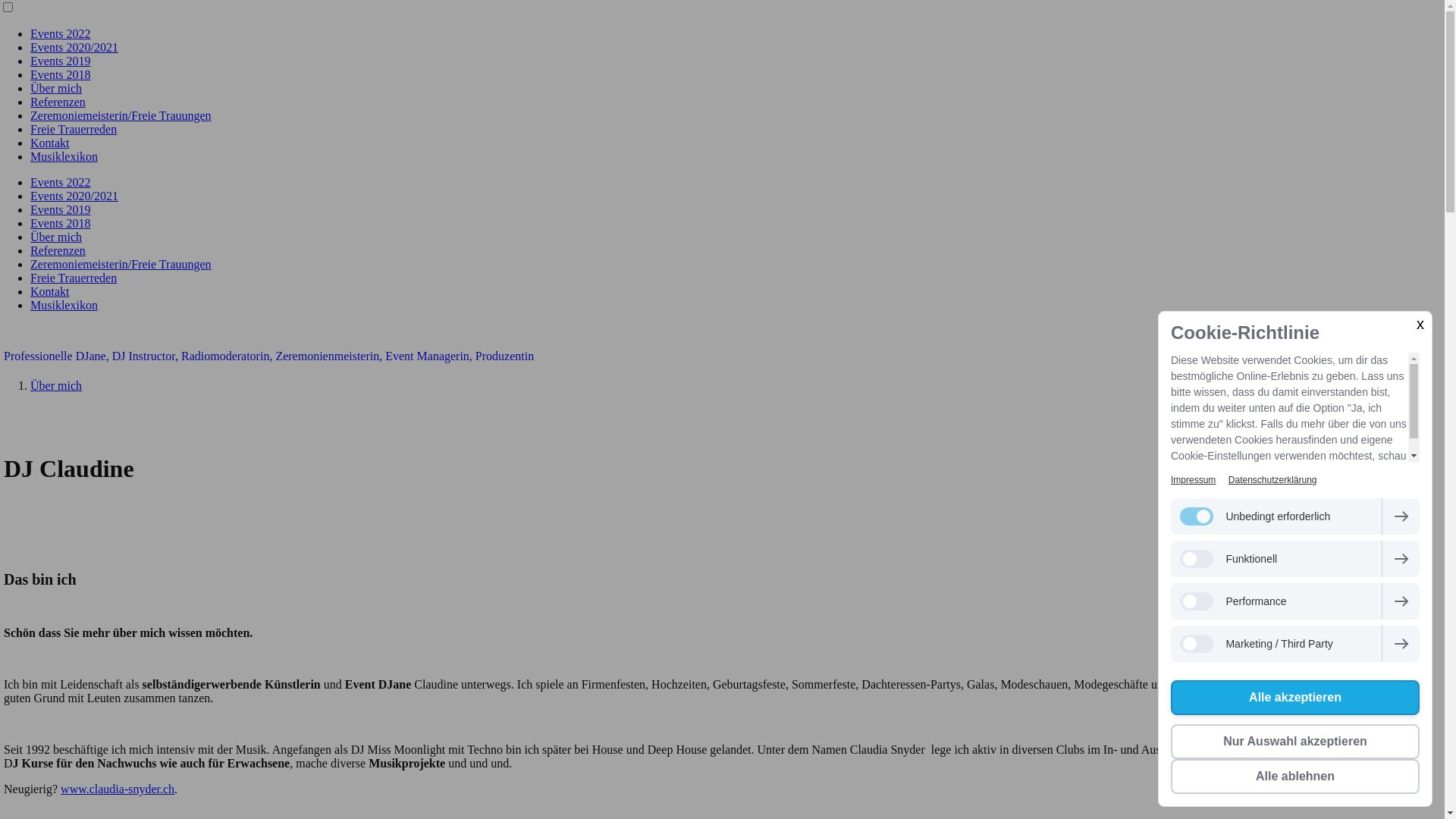  Describe the element at coordinates (1294, 741) in the screenshot. I see `'Nur Auswahl akzeptieren'` at that location.